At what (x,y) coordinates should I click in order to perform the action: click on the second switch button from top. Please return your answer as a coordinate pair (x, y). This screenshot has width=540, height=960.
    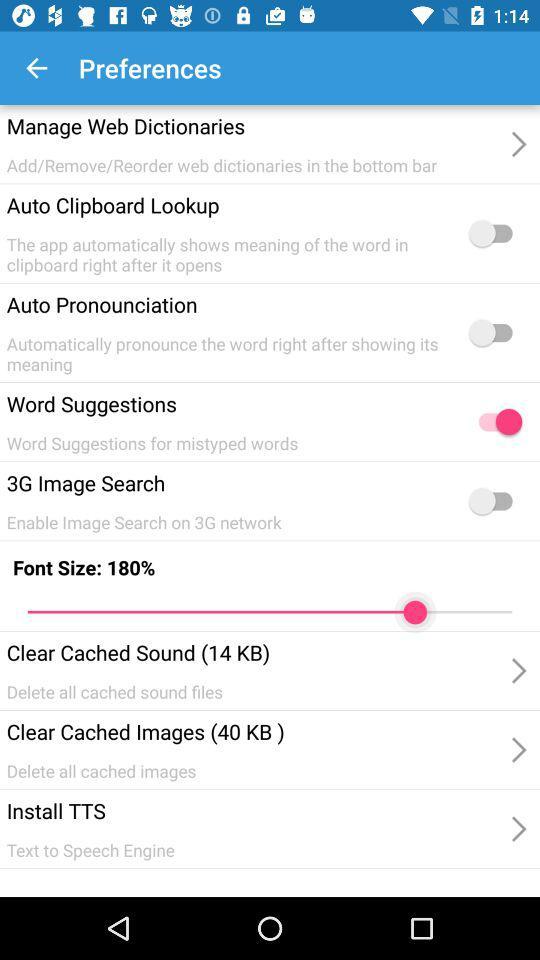
    Looking at the image, I should click on (494, 333).